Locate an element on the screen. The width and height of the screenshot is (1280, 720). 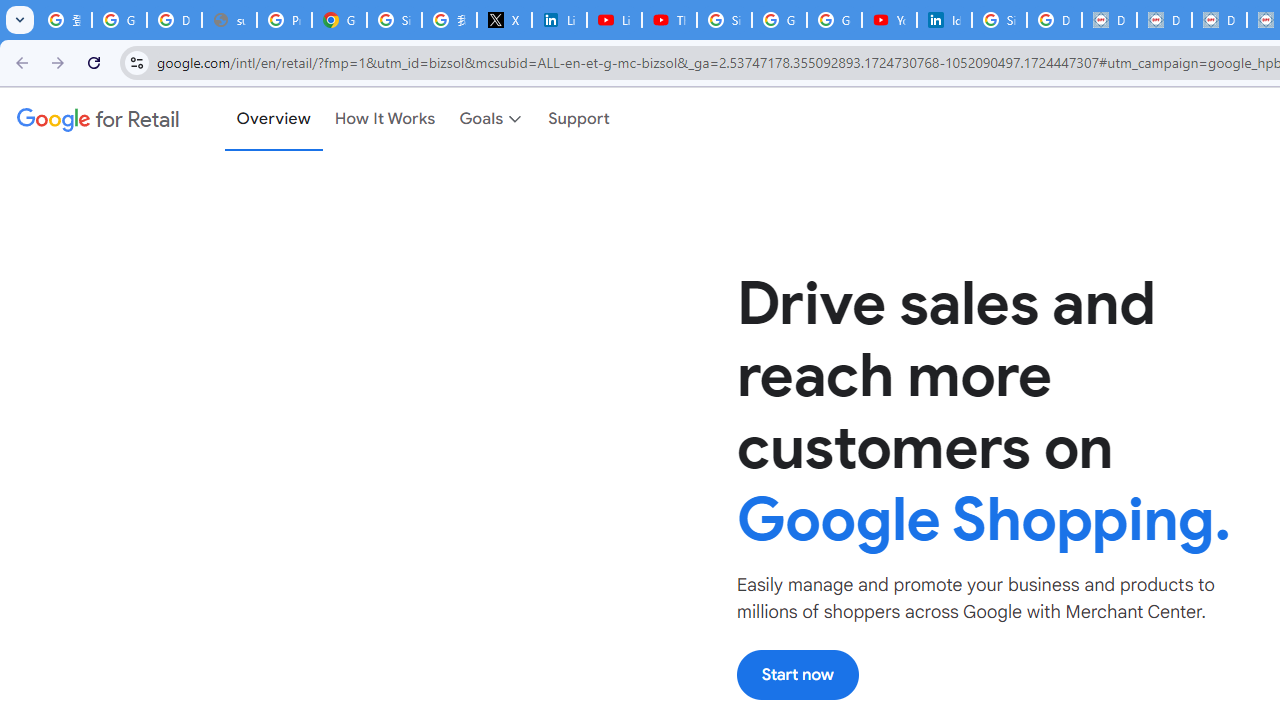
'X' is located at coordinates (504, 20).